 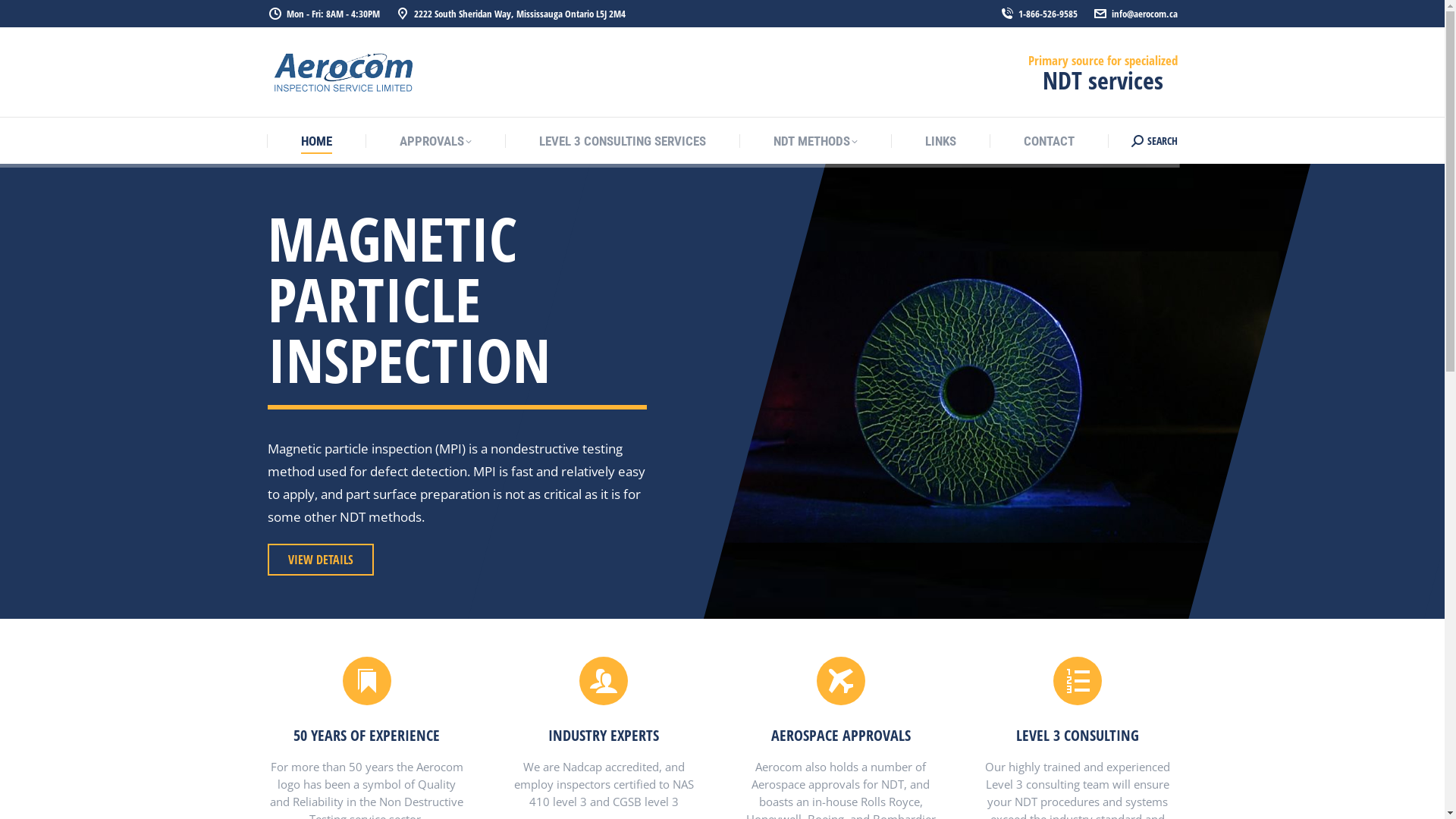 I want to click on 'LEVEL 3 CONSULTING SERVICES', so click(x=622, y=141).